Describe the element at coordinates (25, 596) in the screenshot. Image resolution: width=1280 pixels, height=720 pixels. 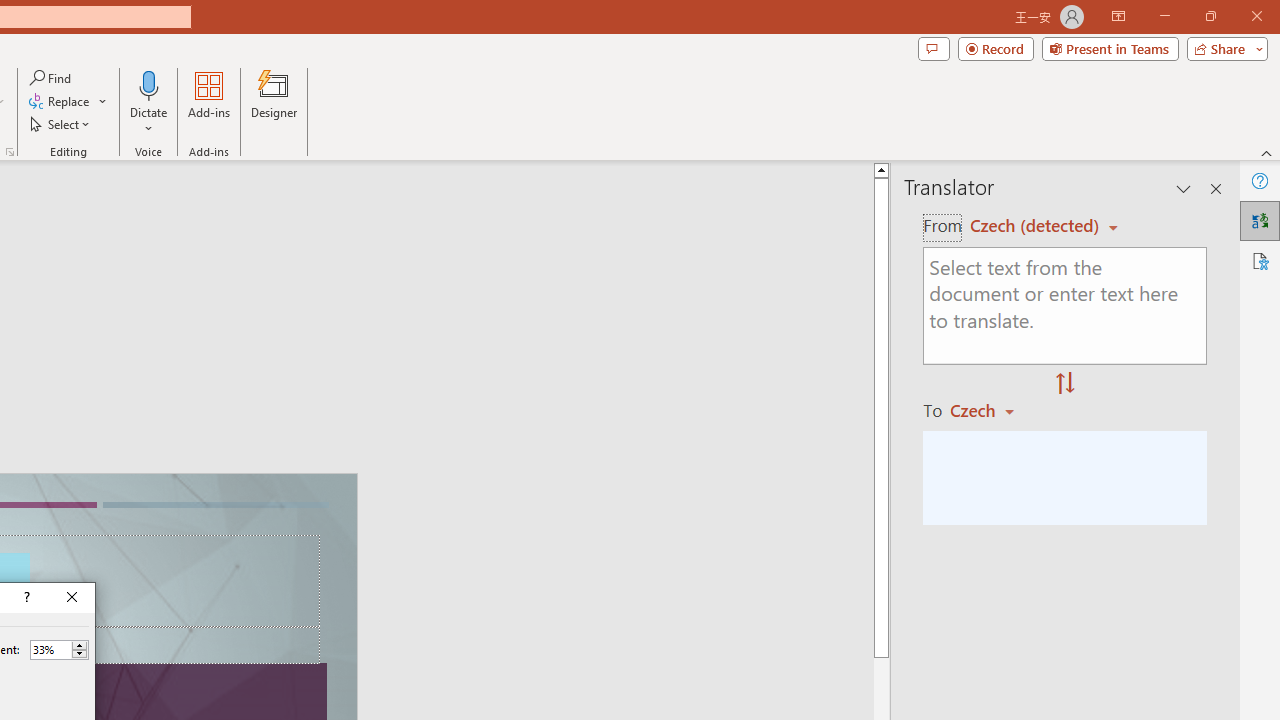
I see `'Context help'` at that location.